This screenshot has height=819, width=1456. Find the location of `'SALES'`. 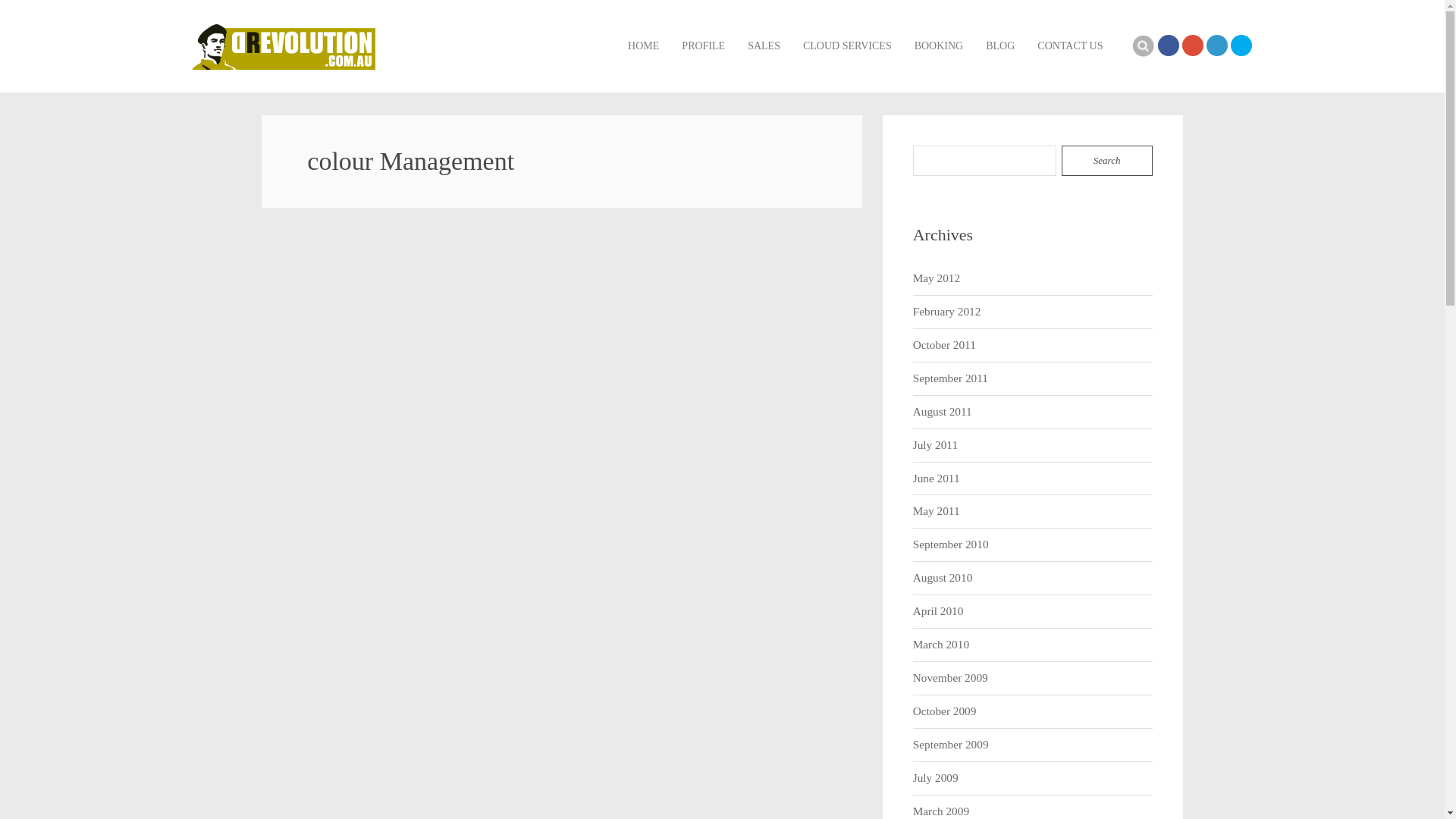

'SALES' is located at coordinates (764, 45).